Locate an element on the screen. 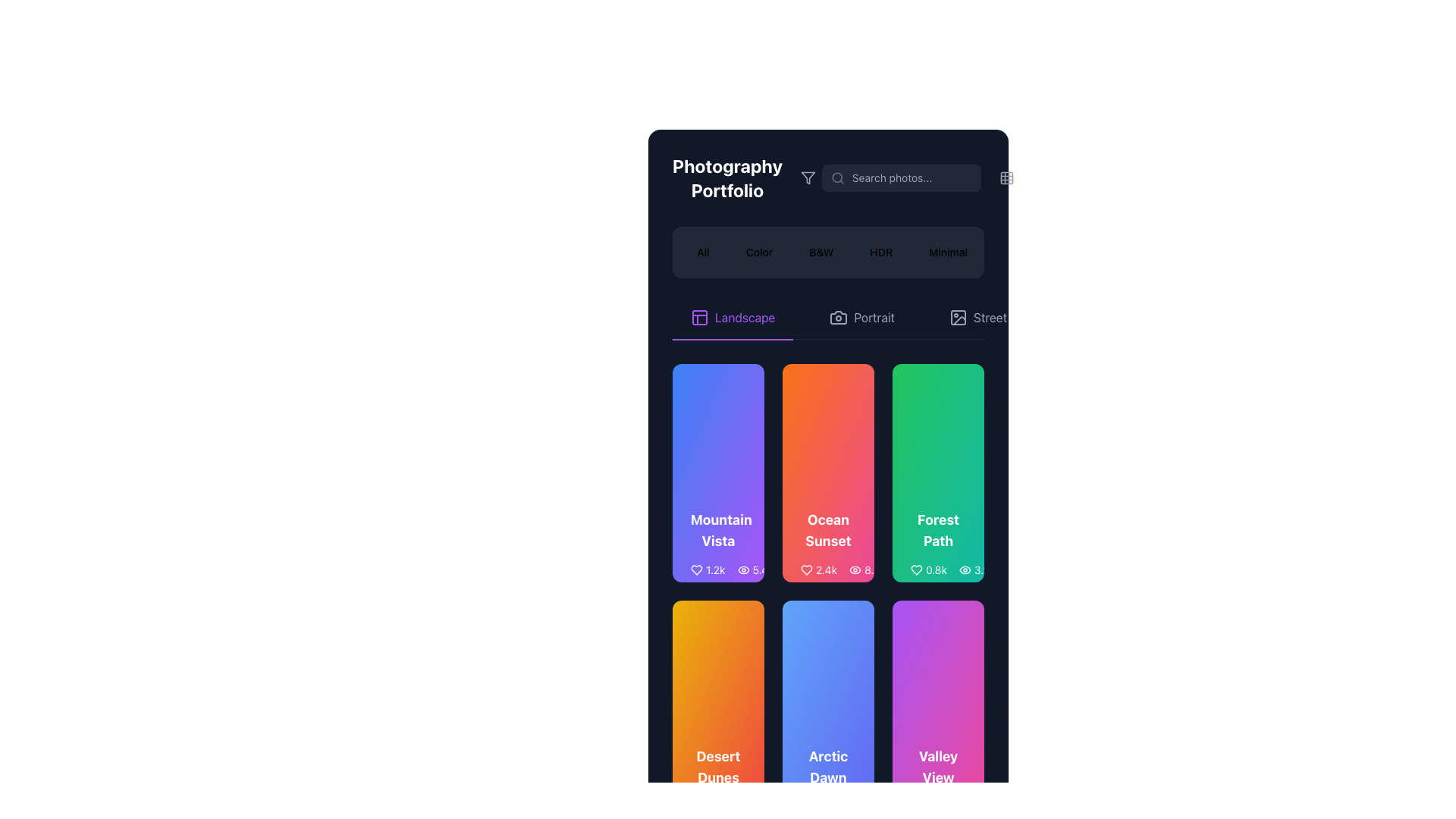 The image size is (1456, 819). the 'Landscape' icon located at the top middle section of the interface, which enhances user navigation and precedes the text 'Landscape' is located at coordinates (698, 317).